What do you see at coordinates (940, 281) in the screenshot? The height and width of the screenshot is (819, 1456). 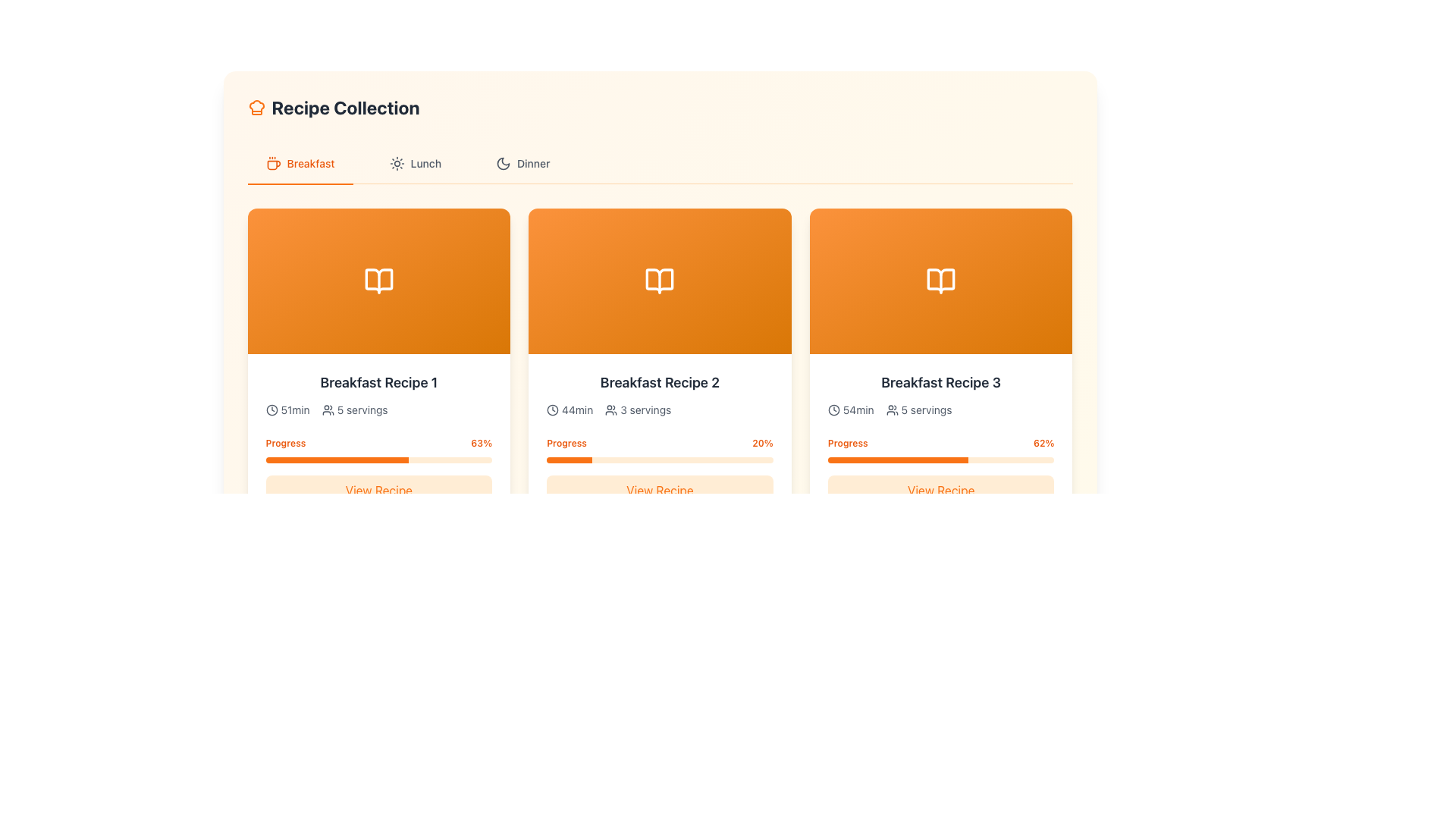 I see `the graphic icon resembling an open book located inside the 'Breakfast Recipe 3' card, positioned at the top middle of the card` at bounding box center [940, 281].